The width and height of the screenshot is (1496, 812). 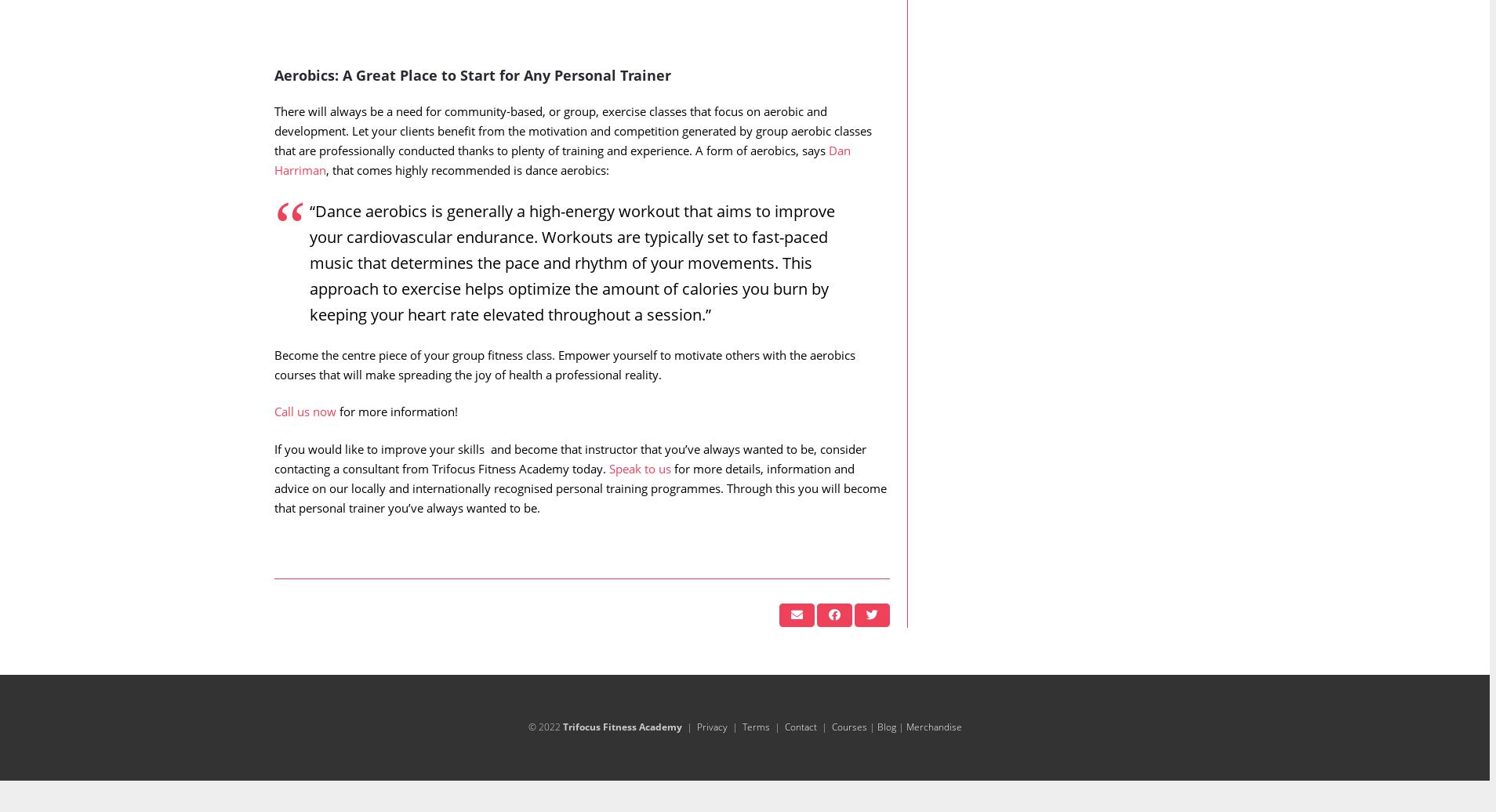 I want to click on 'Contact', so click(x=799, y=758).